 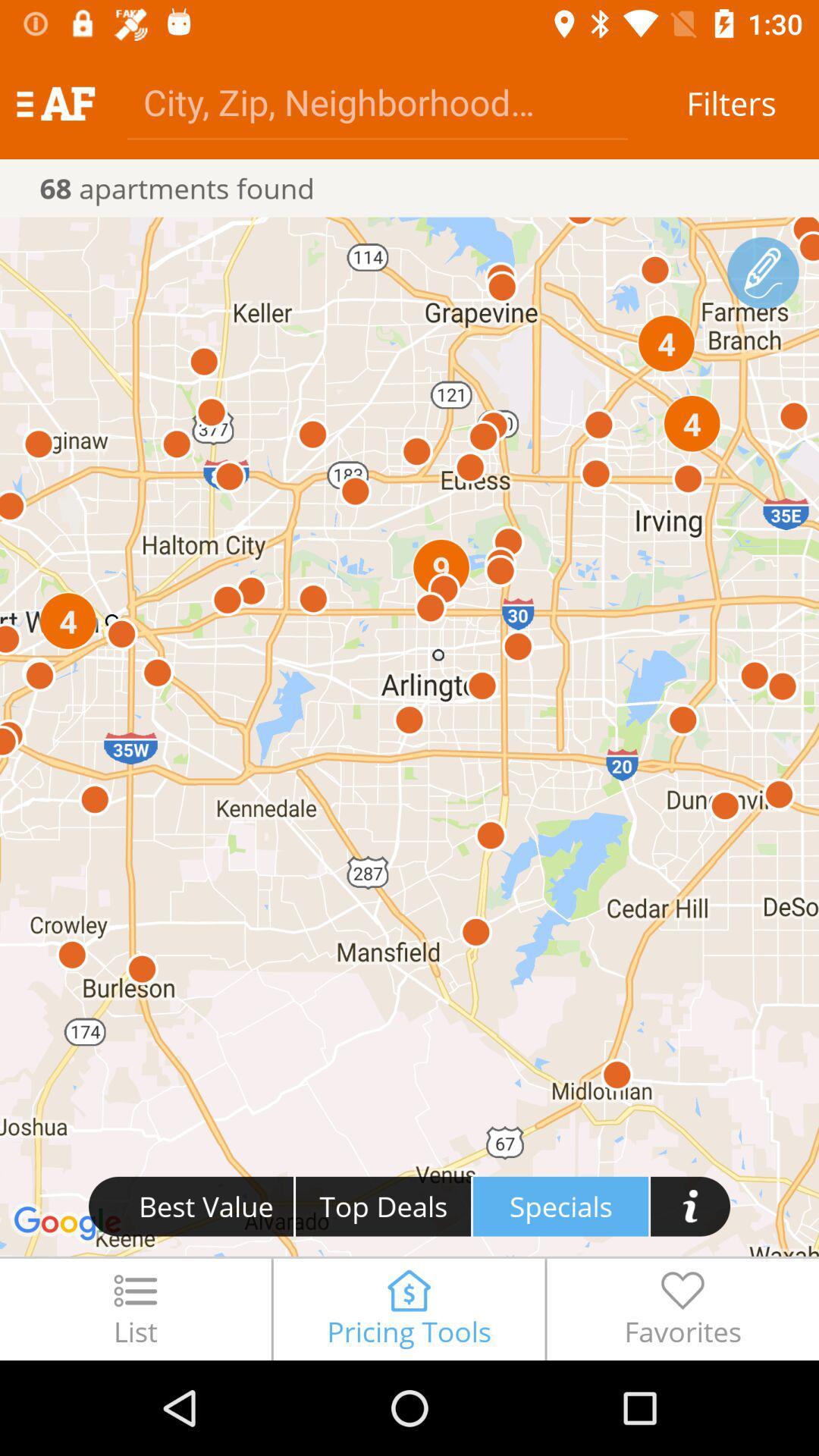 I want to click on the icon above the pricing tools icon, so click(x=560, y=1206).